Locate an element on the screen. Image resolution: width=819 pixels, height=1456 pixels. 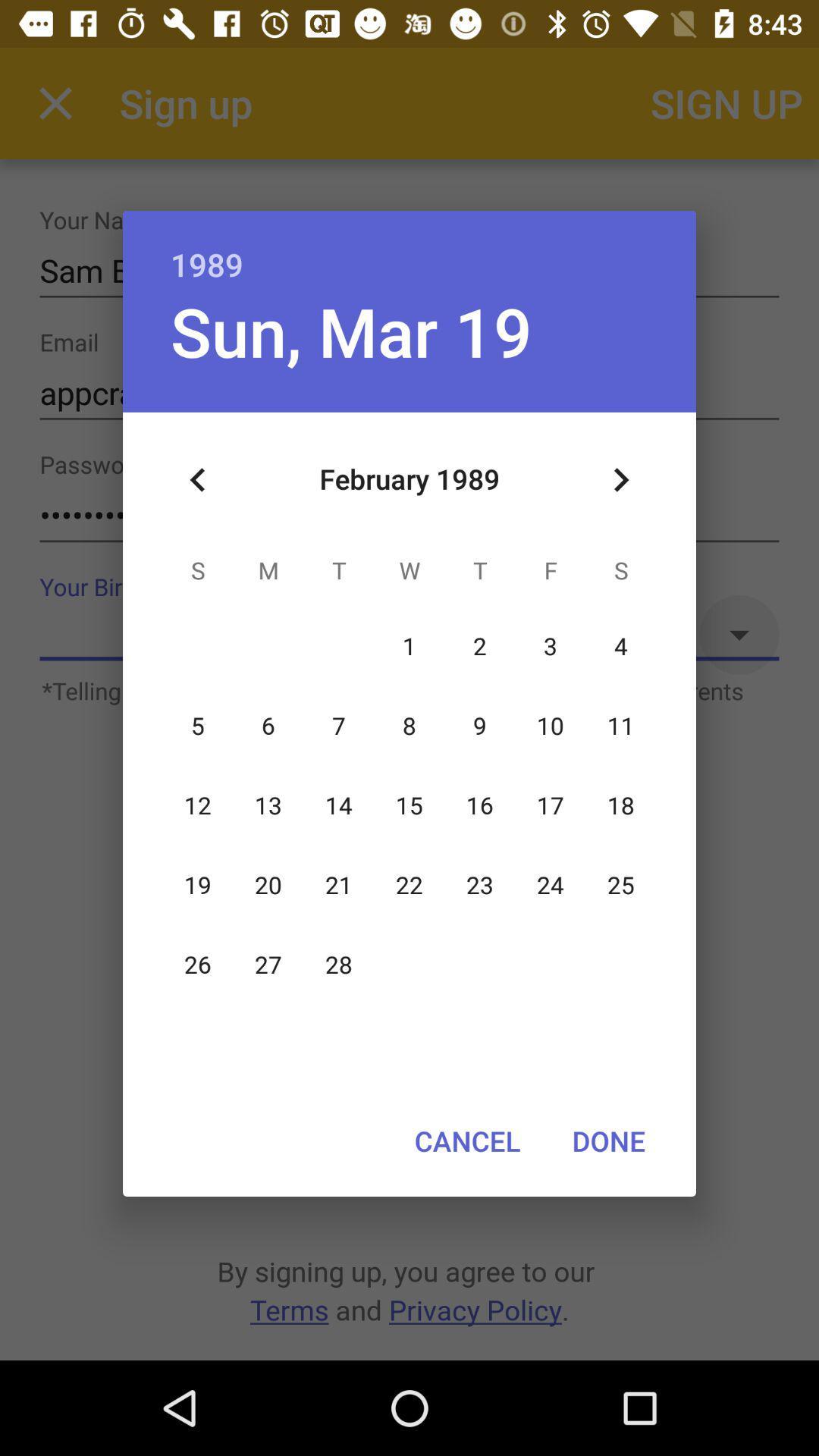
item above sun, mar 19 icon is located at coordinates (409, 248).